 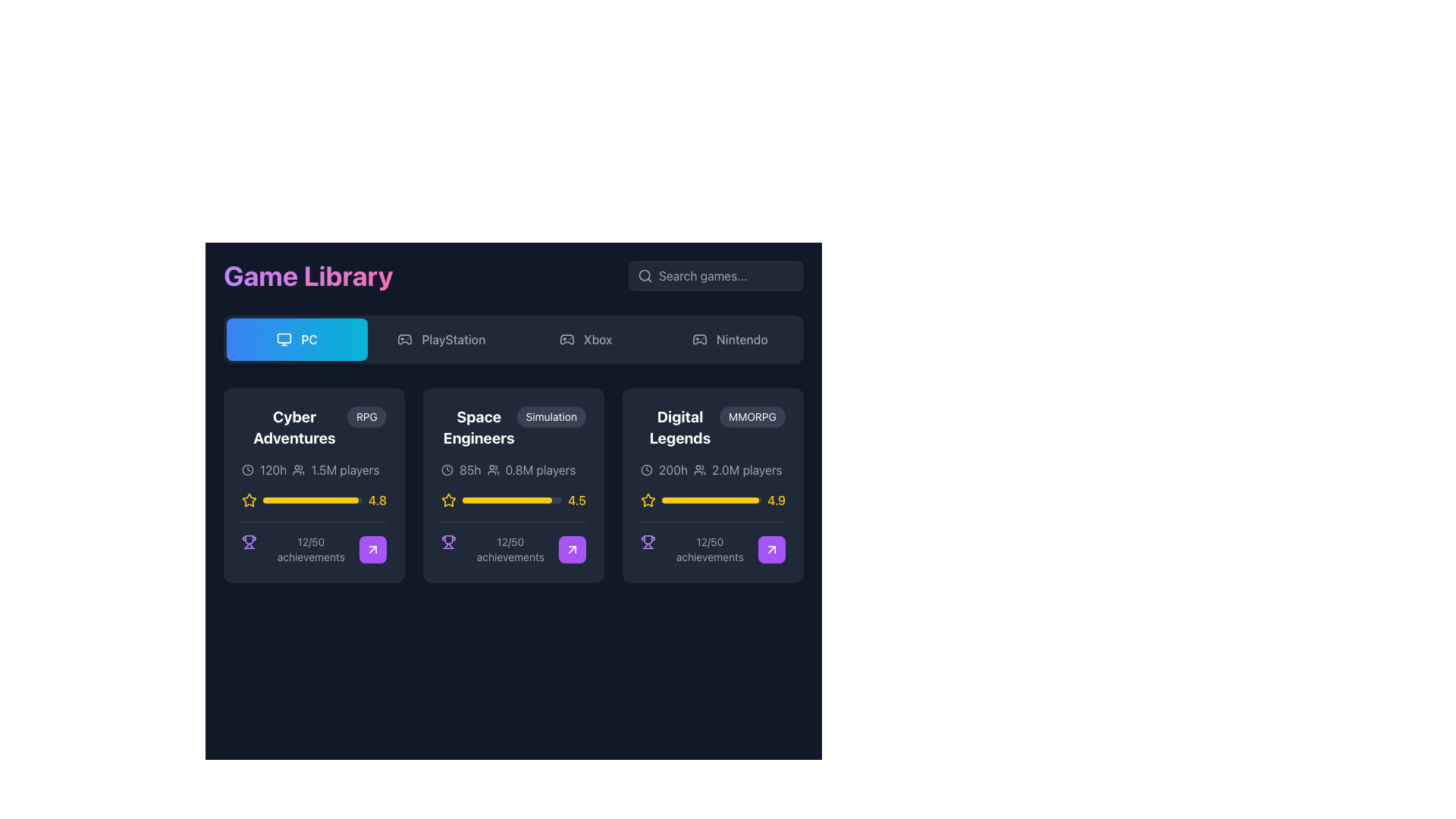 I want to click on the Informational display block located centrally within the 'Game Library' interface, directly below the title 'Cyber Adventures', so click(x=313, y=512).